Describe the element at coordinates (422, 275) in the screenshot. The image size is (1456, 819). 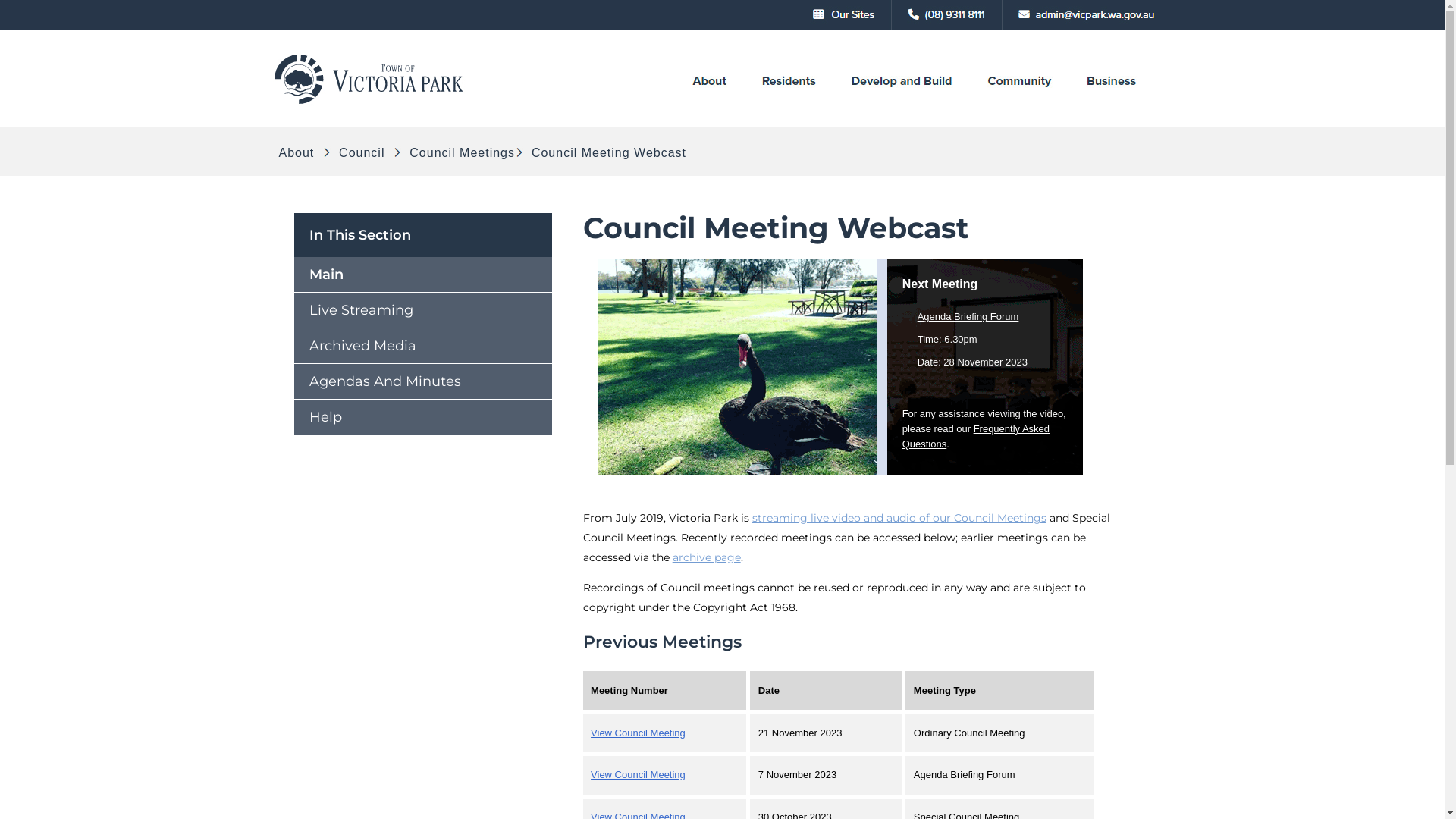
I see `'Main'` at that location.